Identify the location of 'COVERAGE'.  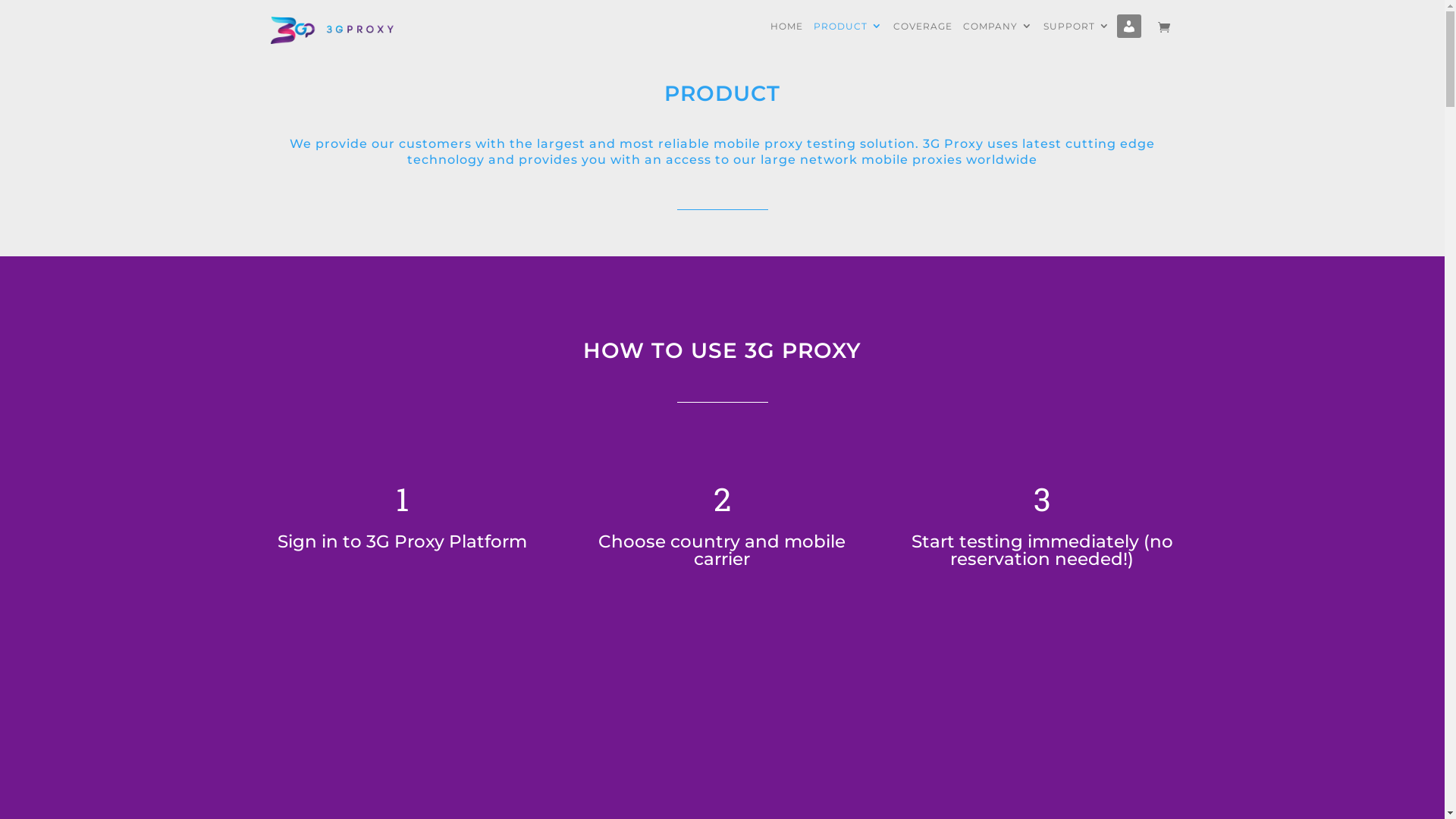
(922, 36).